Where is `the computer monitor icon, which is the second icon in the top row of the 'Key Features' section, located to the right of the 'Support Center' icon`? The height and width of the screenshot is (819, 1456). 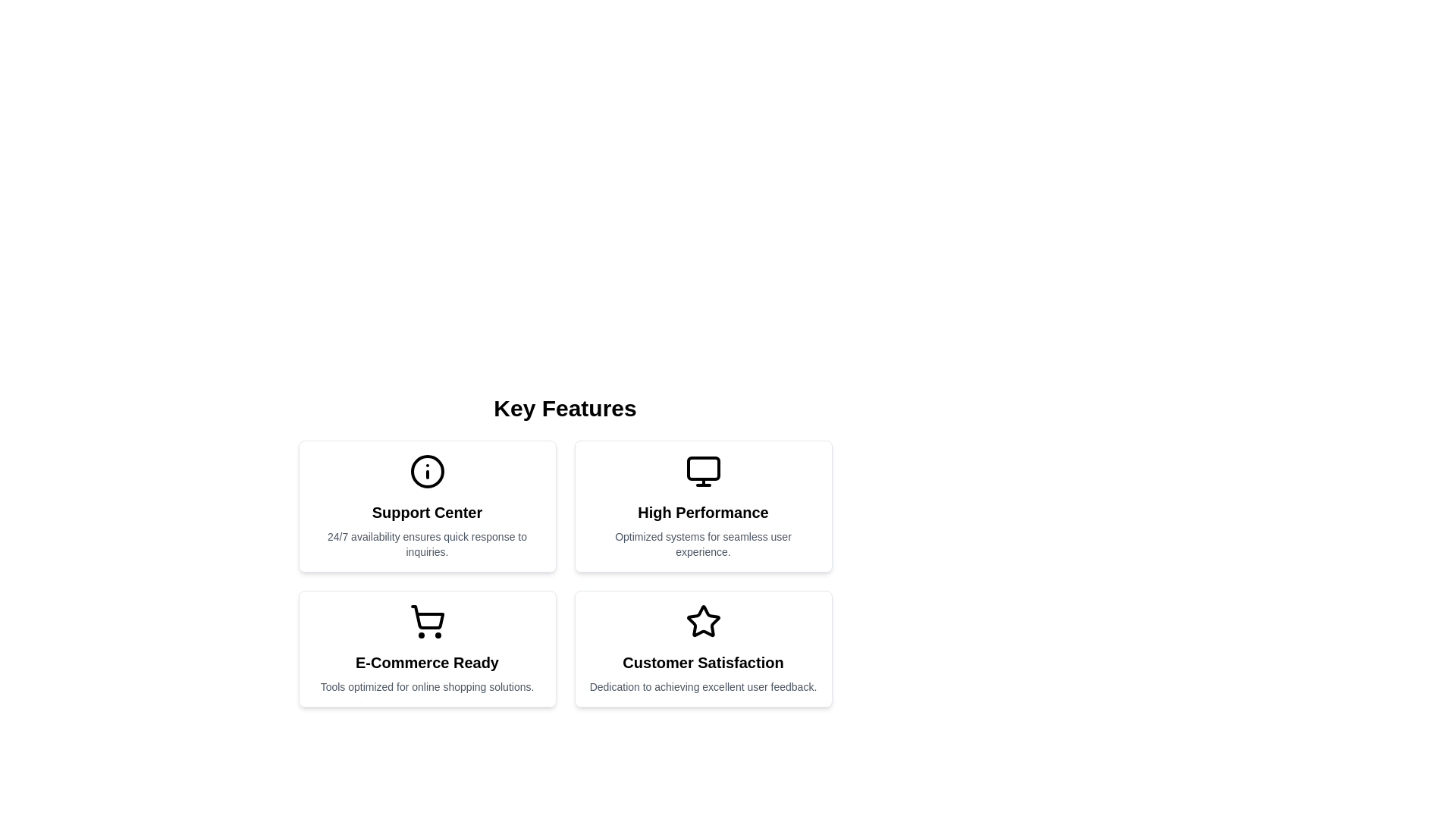
the computer monitor icon, which is the second icon in the top row of the 'Key Features' section, located to the right of the 'Support Center' icon is located at coordinates (702, 470).